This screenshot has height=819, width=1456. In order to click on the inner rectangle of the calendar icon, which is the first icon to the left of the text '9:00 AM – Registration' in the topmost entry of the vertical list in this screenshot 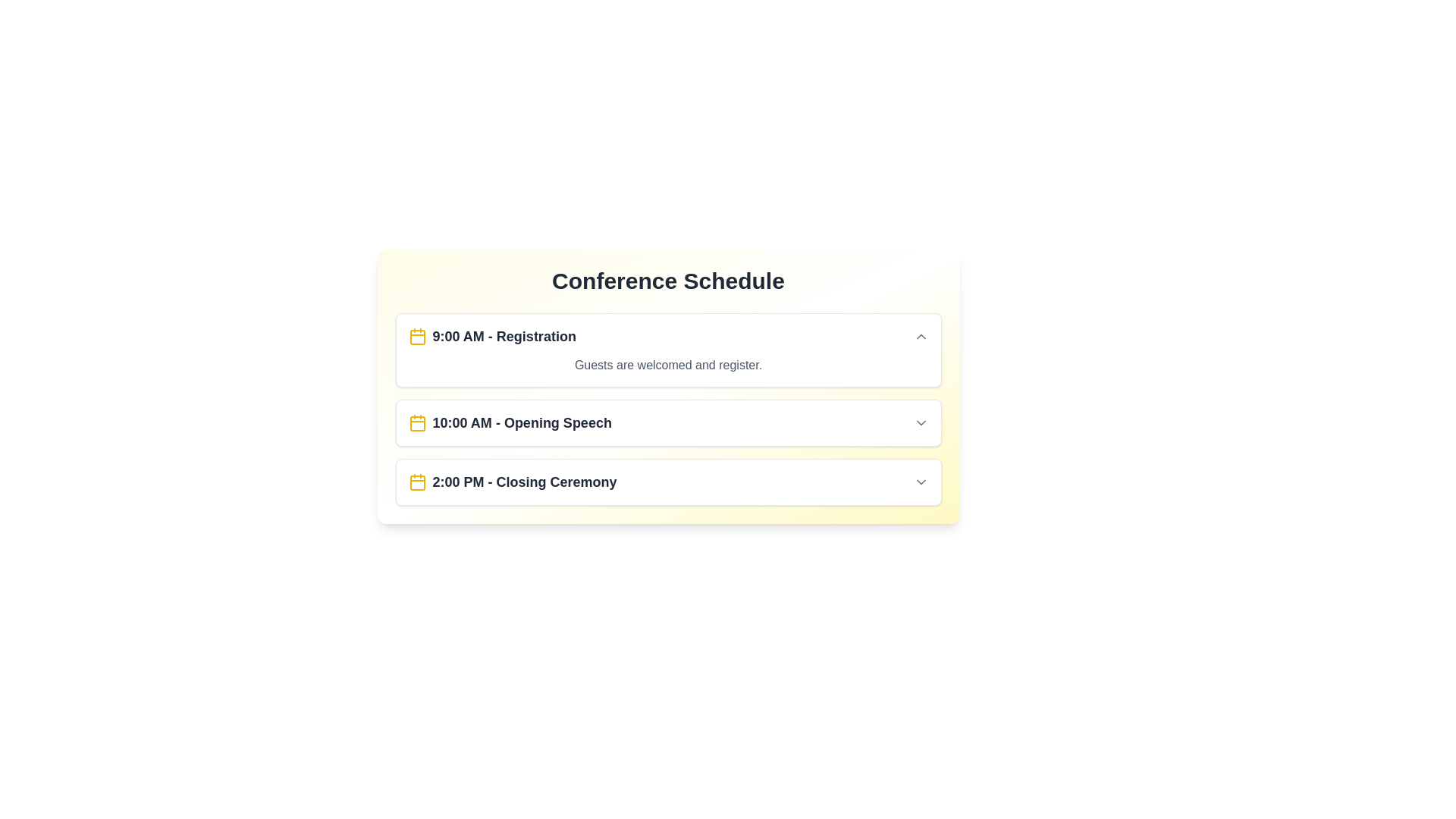, I will do `click(417, 424)`.